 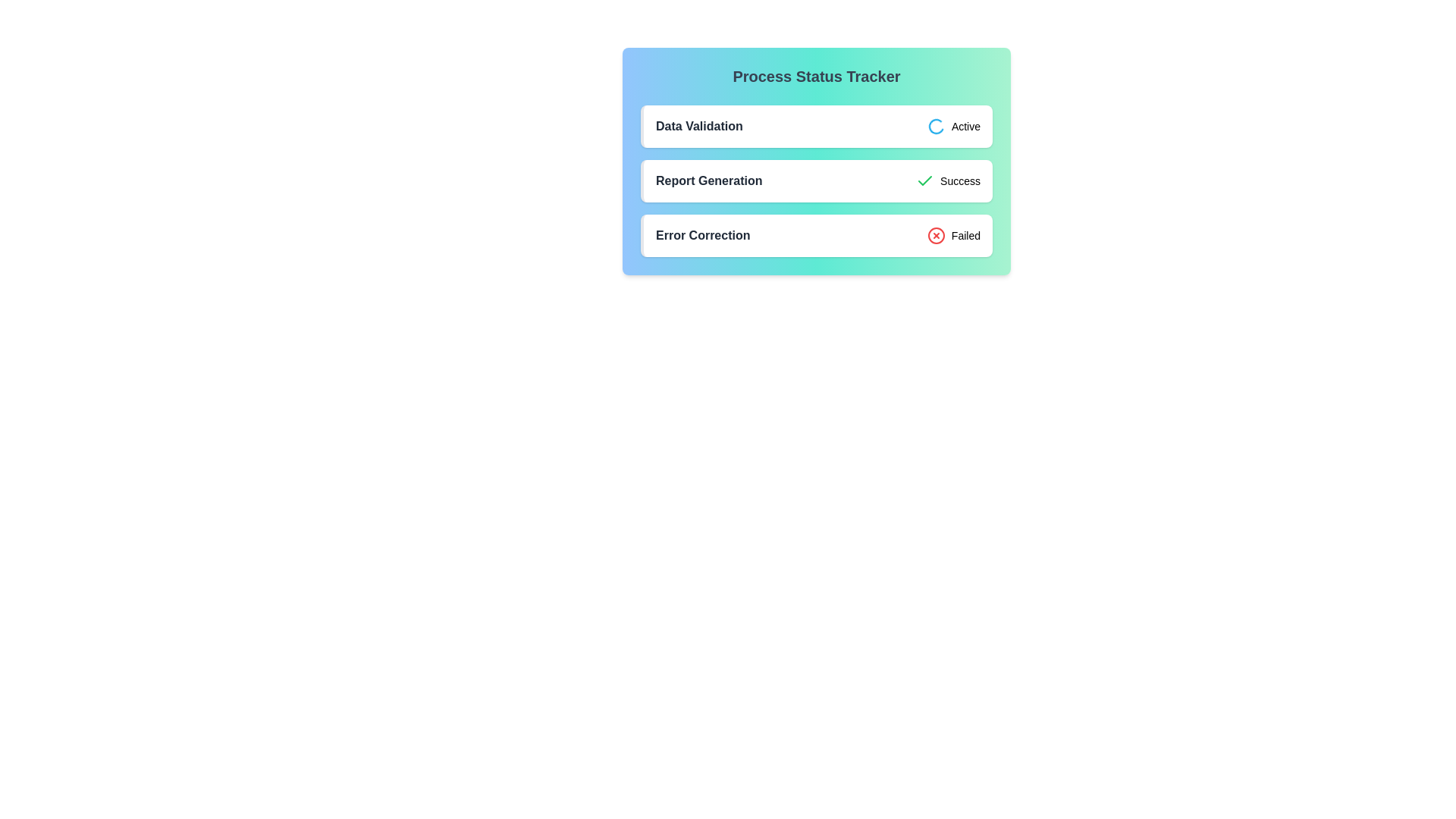 I want to click on the status indicator Label with an accompanying icon in the 'Process Status Tracker' section, located in the middle of the interface, adjacent to 'Report Generation' and aligned with other status indicators, so click(x=947, y=180).